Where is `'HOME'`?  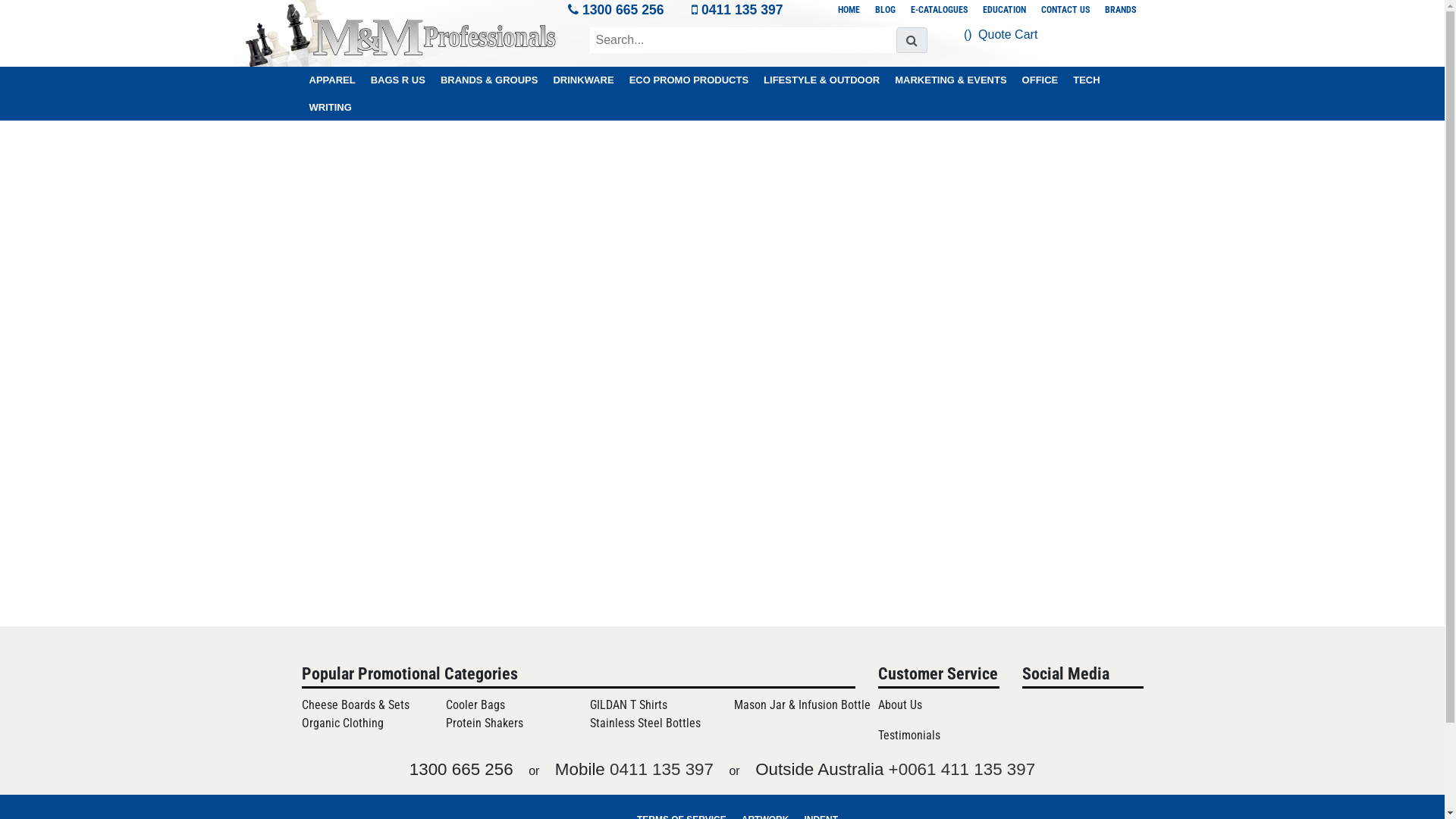
'HOME' is located at coordinates (847, 9).